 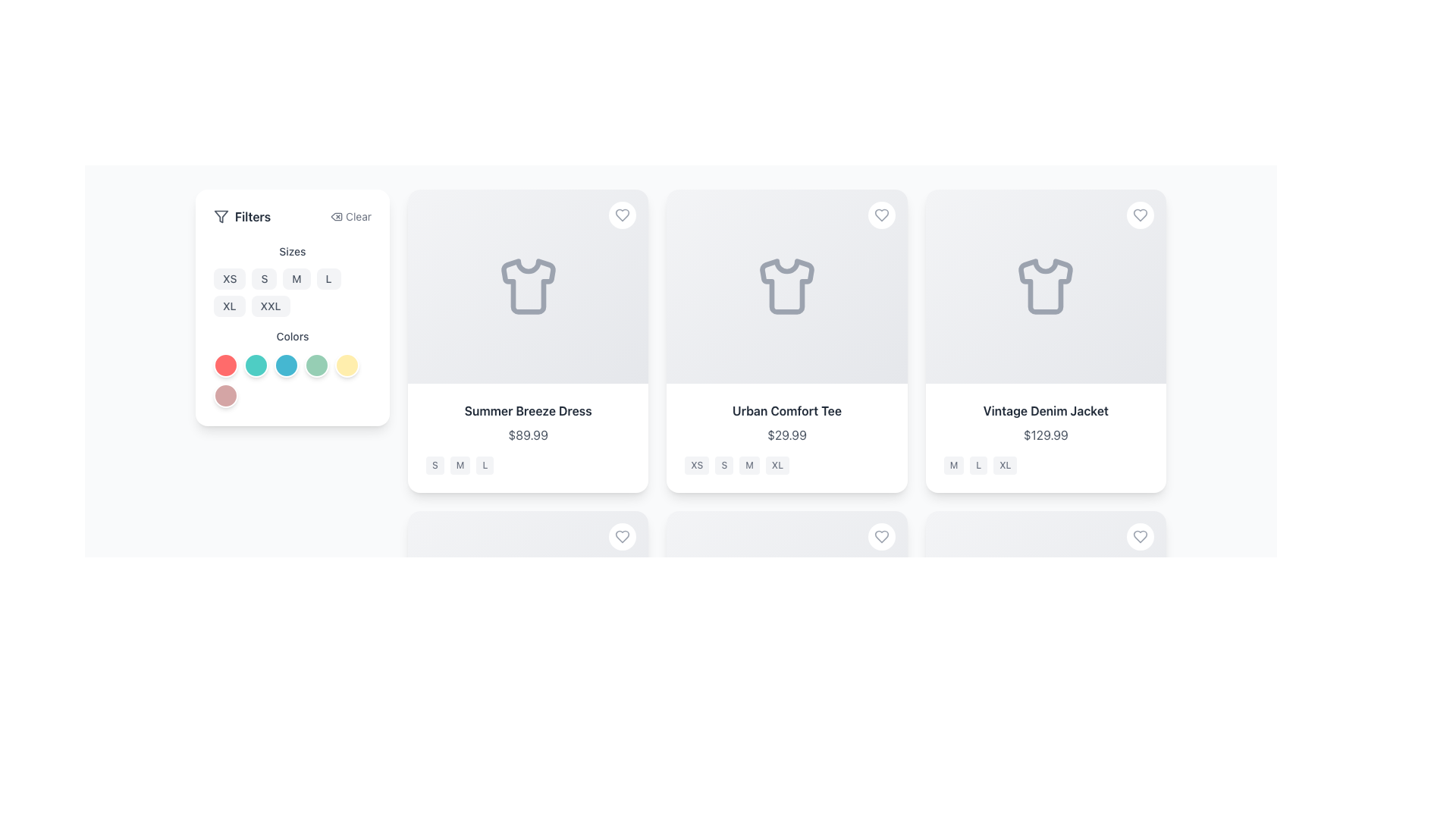 What do you see at coordinates (952, 464) in the screenshot?
I see `the 'Medium' size option label for the Vintage Denim Jacket, which is the first in a set of three size indicators located below the product card` at bounding box center [952, 464].